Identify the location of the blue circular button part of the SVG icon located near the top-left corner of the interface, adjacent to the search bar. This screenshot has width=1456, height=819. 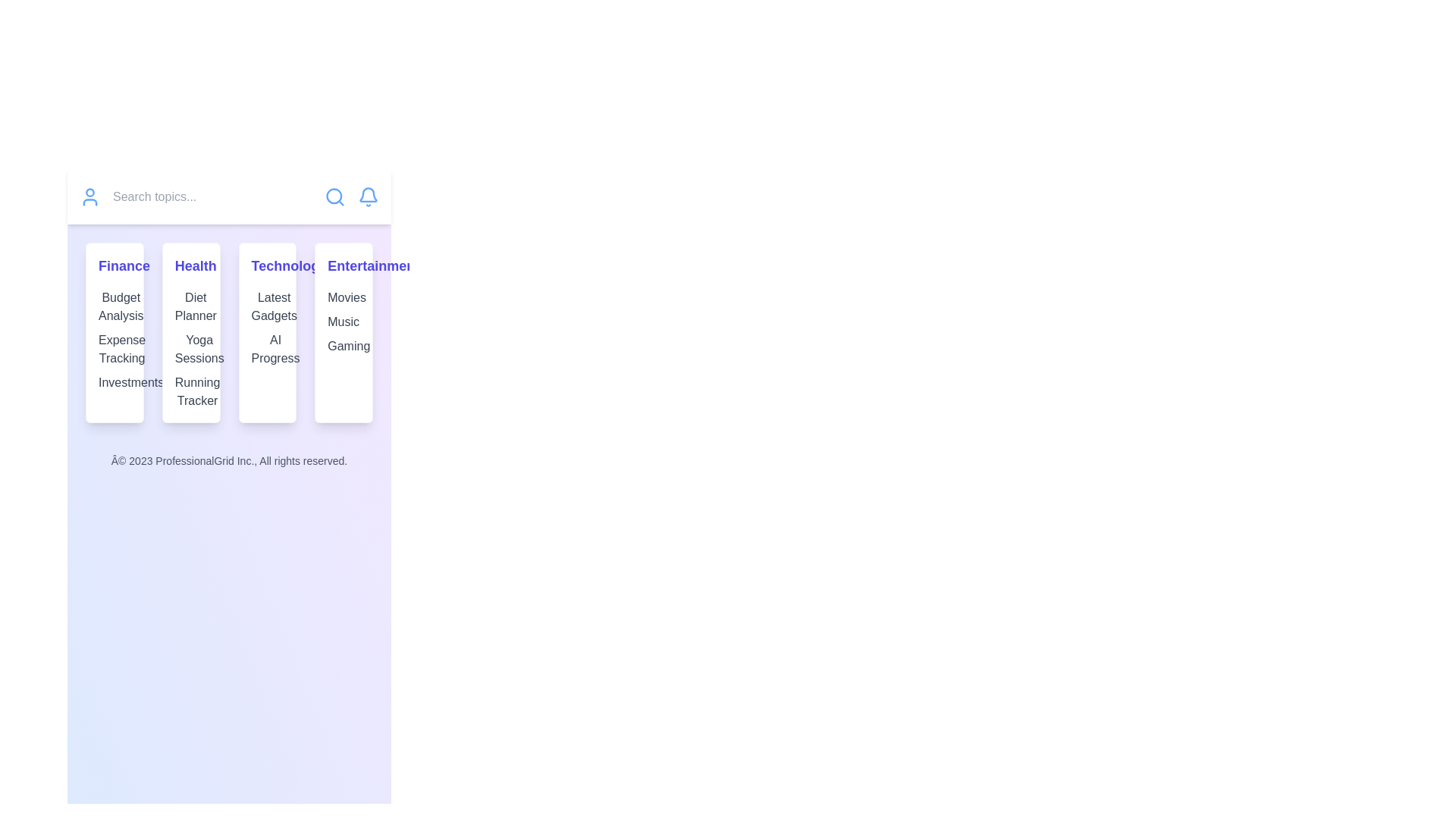
(89, 192).